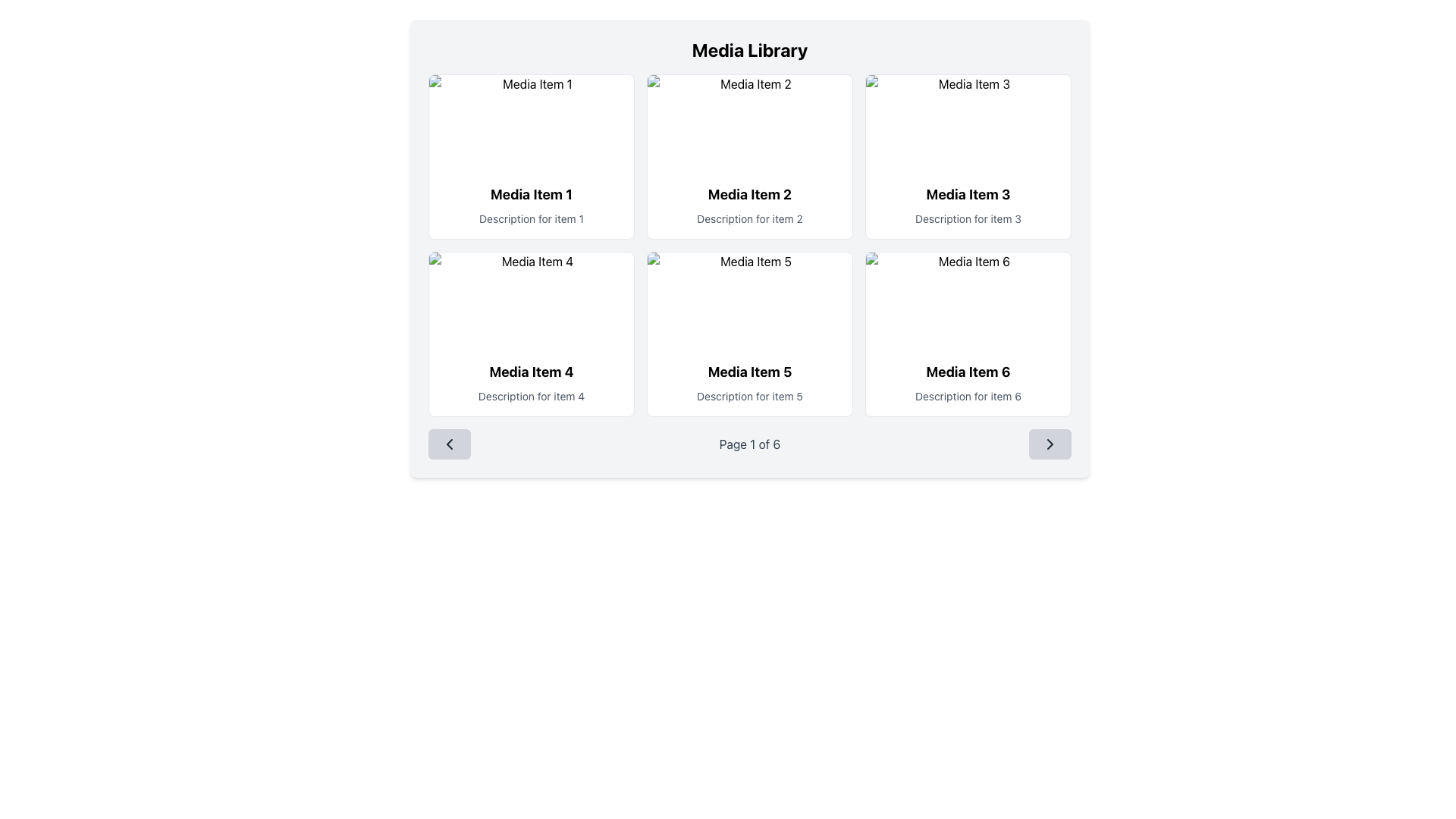 This screenshot has height=819, width=1456. What do you see at coordinates (967, 157) in the screenshot?
I see `the media card component showcasing the media item in the first row, third column` at bounding box center [967, 157].